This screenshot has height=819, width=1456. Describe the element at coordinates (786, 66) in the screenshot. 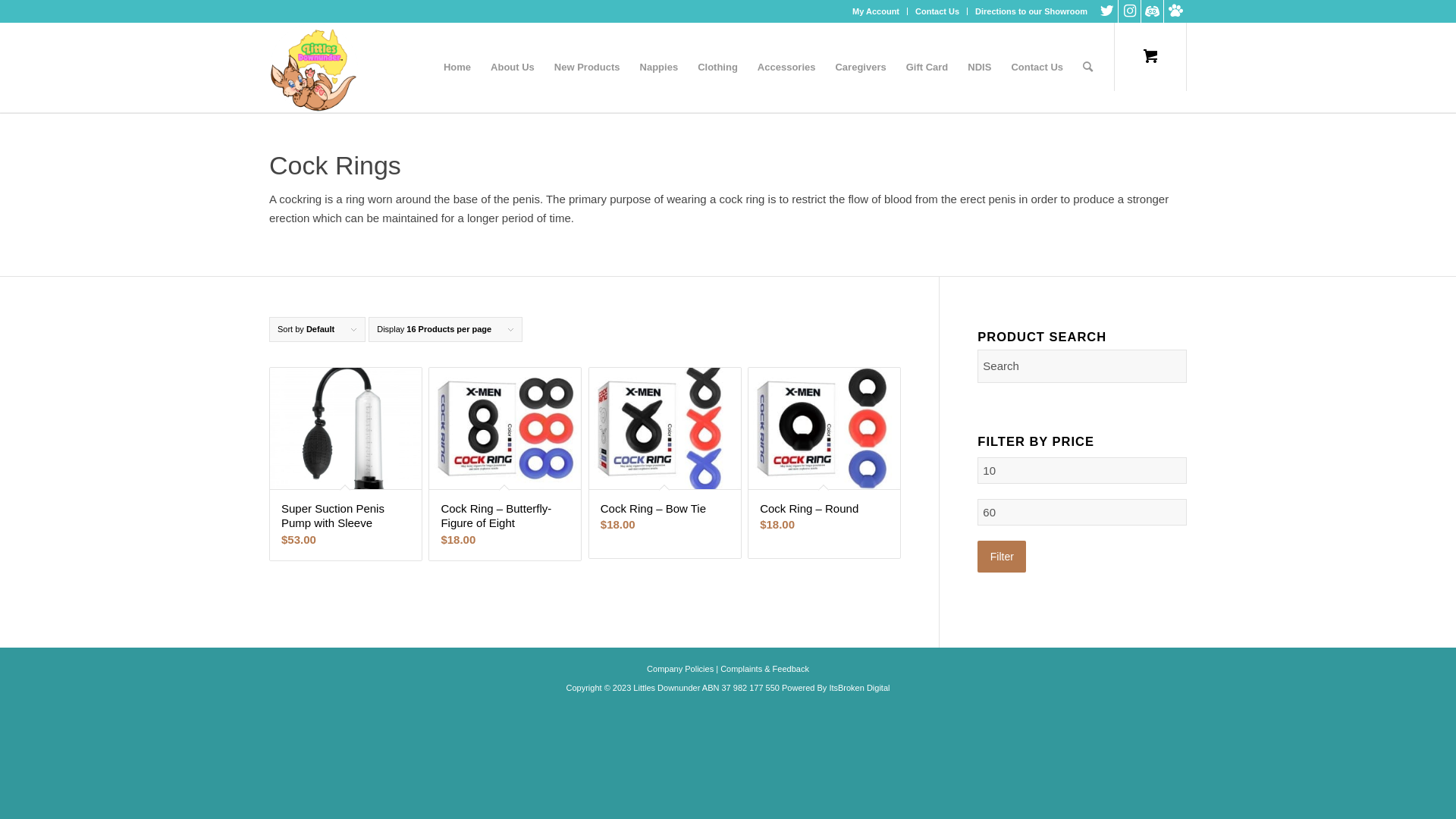

I see `'Accessories'` at that location.